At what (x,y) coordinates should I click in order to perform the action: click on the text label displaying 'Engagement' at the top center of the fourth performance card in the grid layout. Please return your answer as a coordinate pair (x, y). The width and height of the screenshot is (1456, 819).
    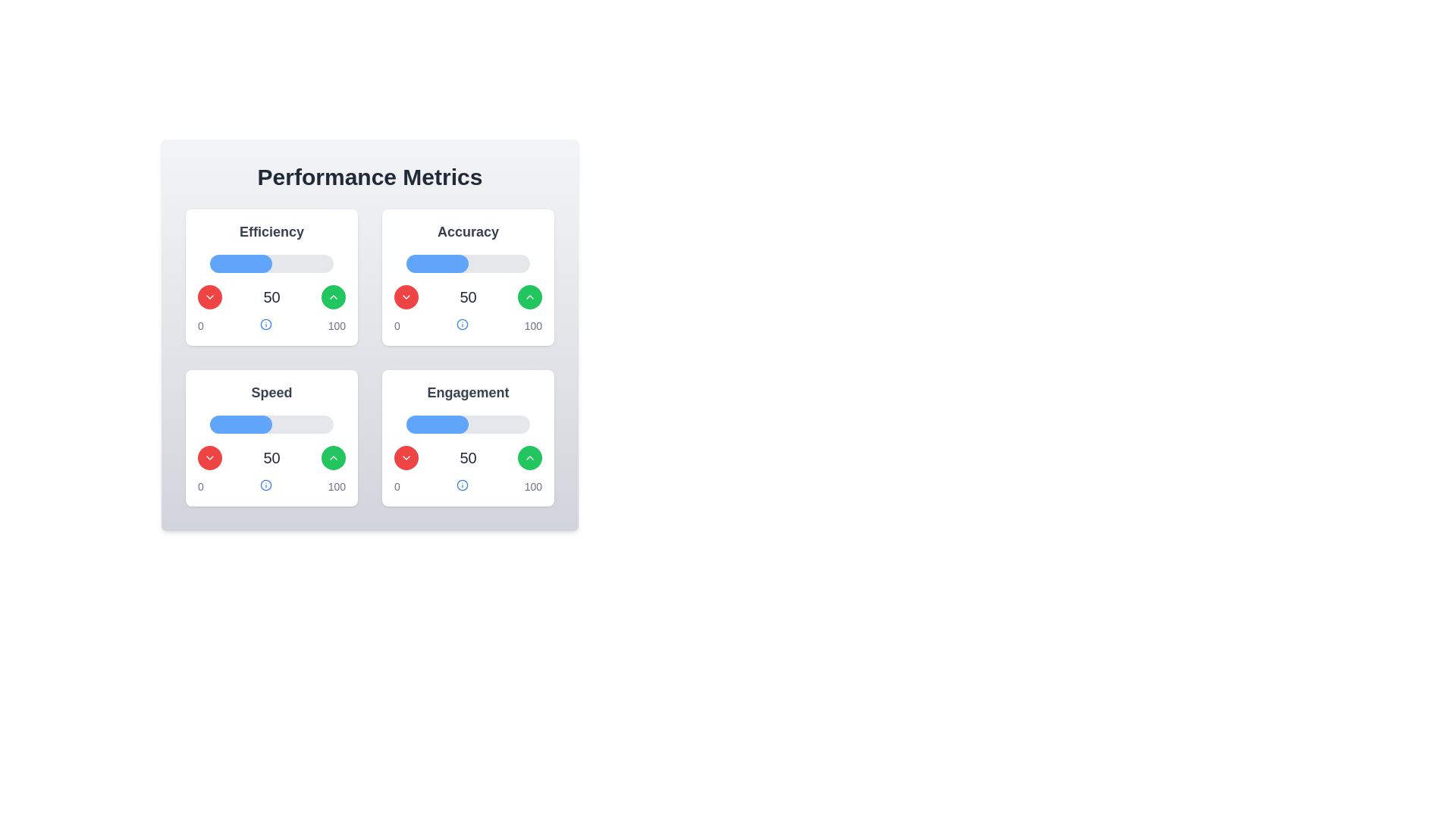
    Looking at the image, I should click on (467, 391).